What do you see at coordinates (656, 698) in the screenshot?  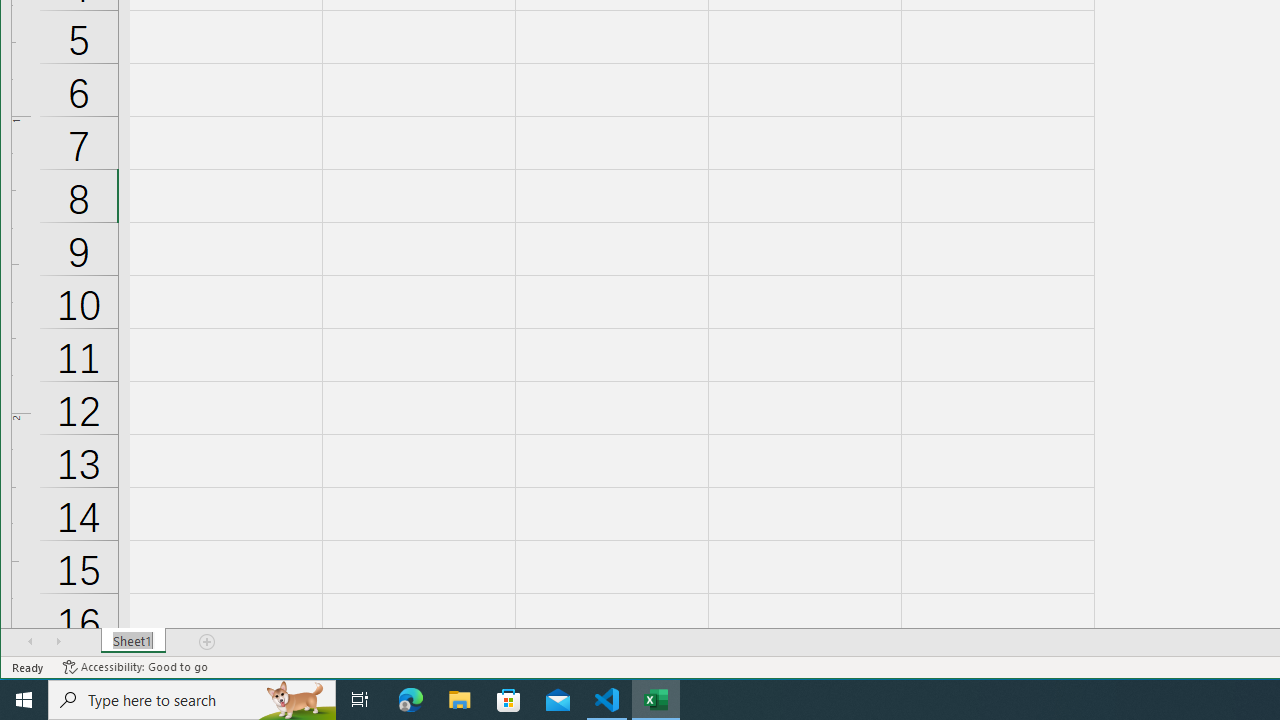 I see `'Excel - 1 running window'` at bounding box center [656, 698].